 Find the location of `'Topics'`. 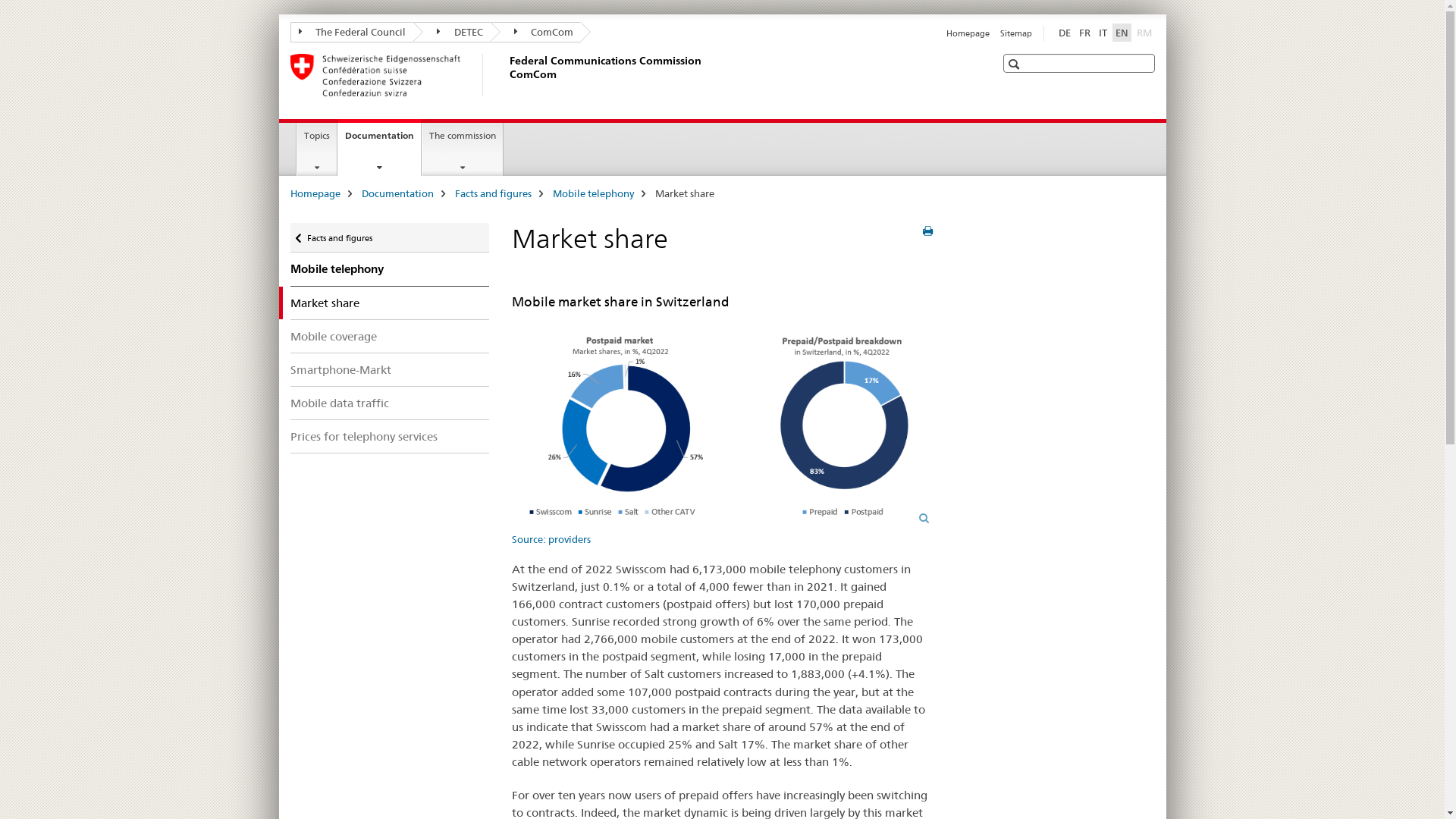

'Topics' is located at coordinates (297, 149).